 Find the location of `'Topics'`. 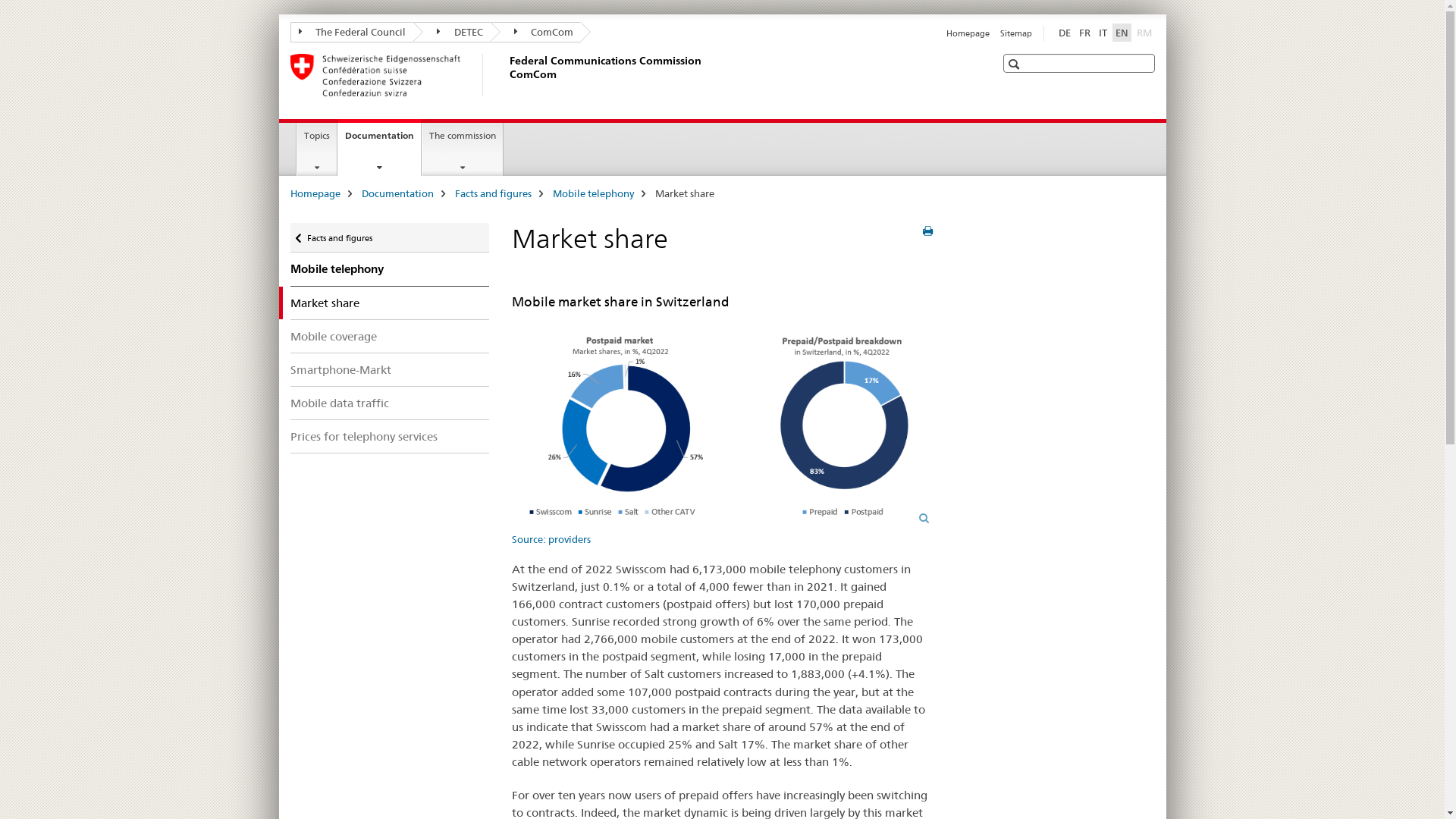

'Topics' is located at coordinates (297, 149).